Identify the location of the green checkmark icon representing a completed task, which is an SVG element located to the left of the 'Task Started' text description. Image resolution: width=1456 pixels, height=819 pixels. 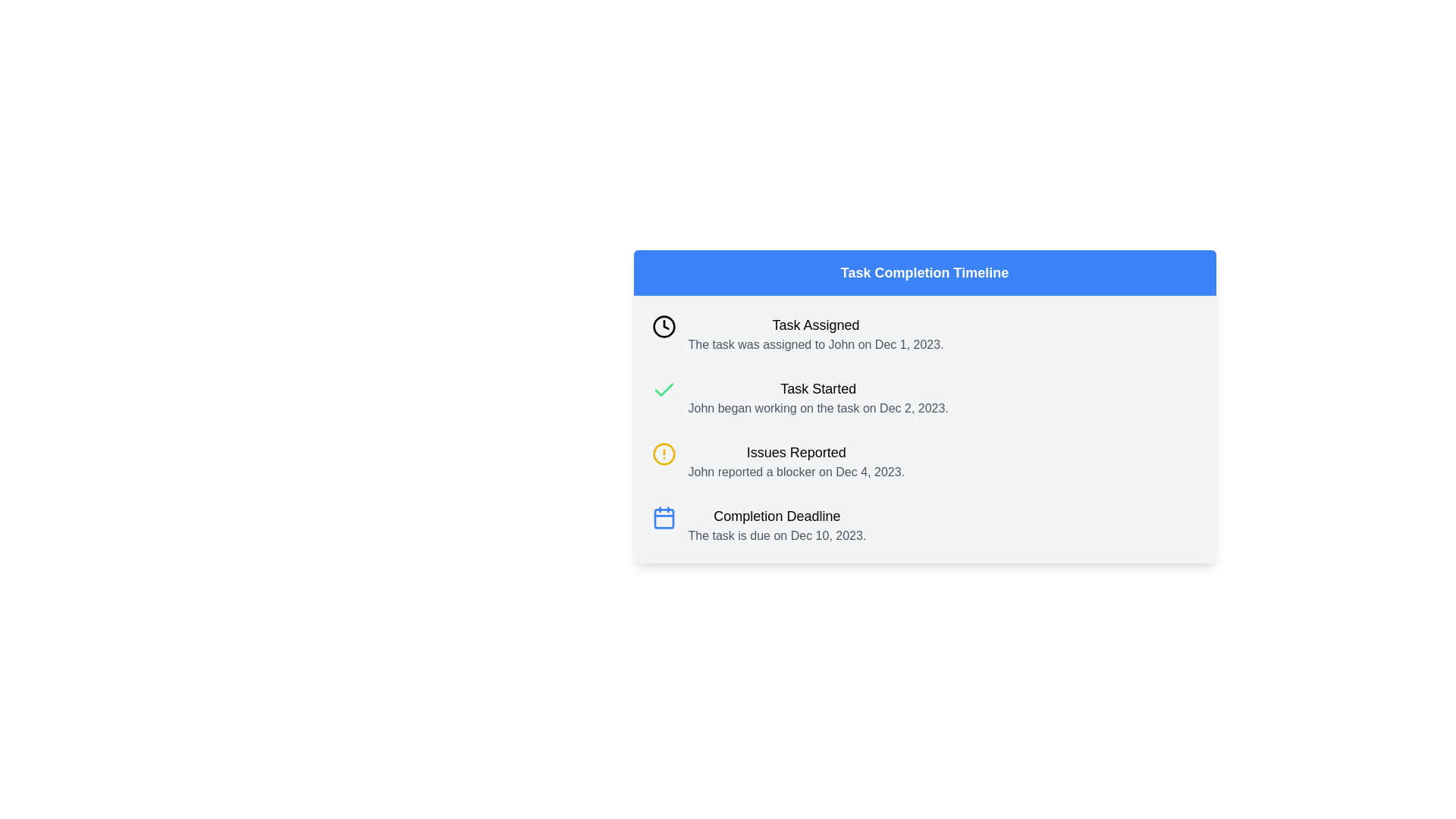
(664, 389).